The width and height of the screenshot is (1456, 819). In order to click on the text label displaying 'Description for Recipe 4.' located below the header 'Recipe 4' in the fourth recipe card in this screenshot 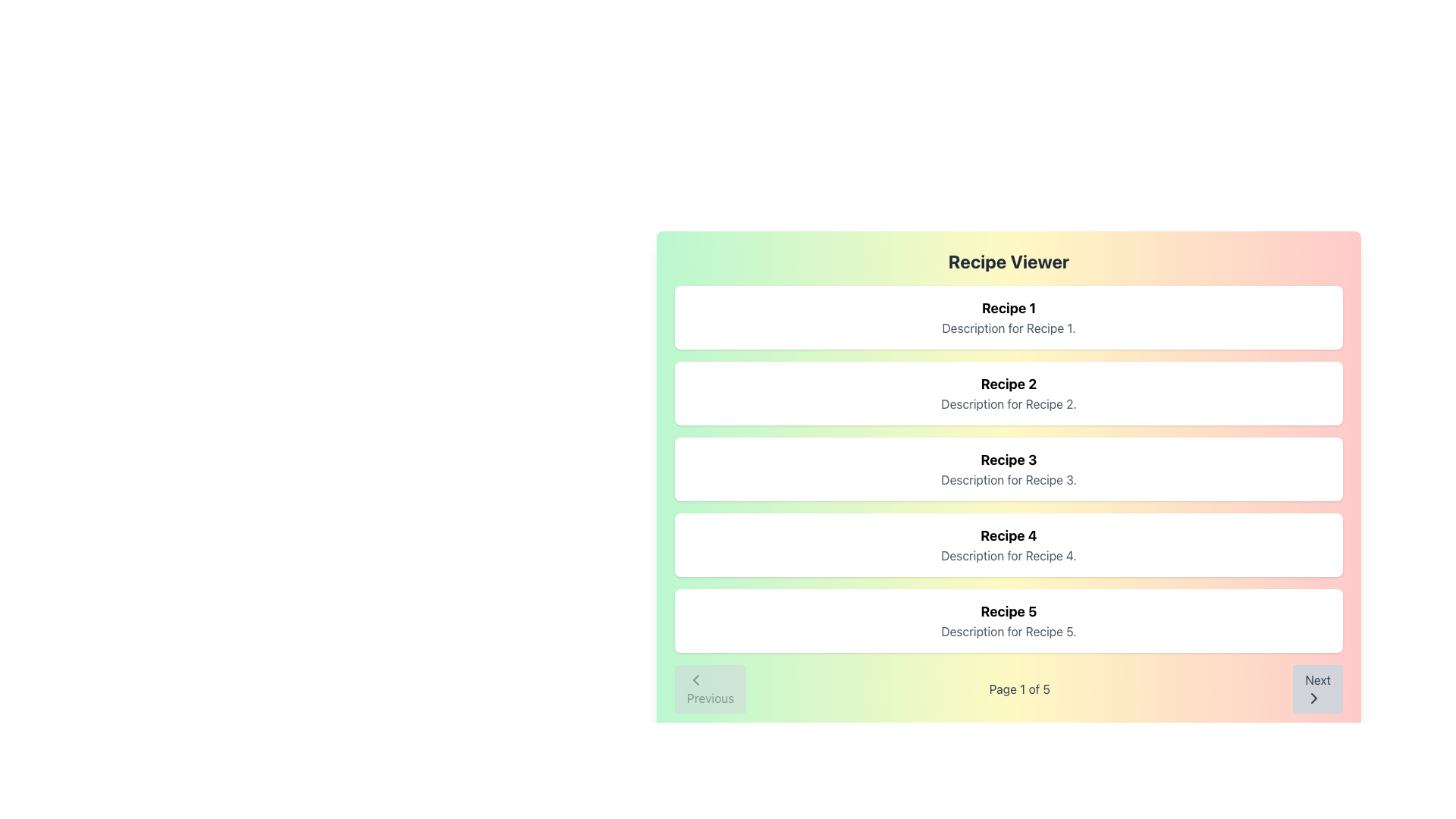, I will do `click(1009, 555)`.